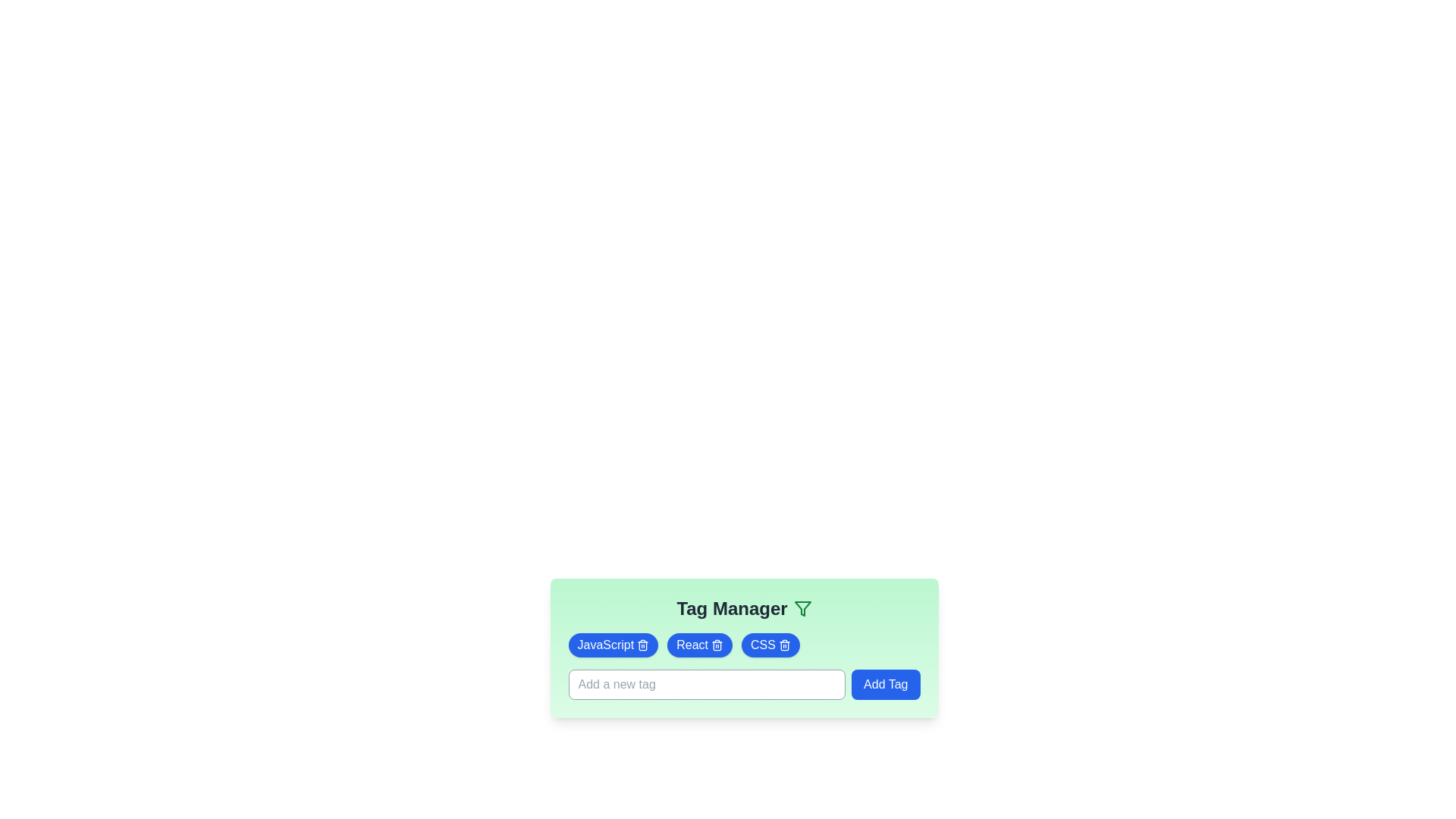 The height and width of the screenshot is (819, 1456). Describe the element at coordinates (763, 645) in the screenshot. I see `the 'CSS' label, which is a bold, white text on a rounded rectangular blue background, positioned between the 'React' tag and a delete icon` at that location.